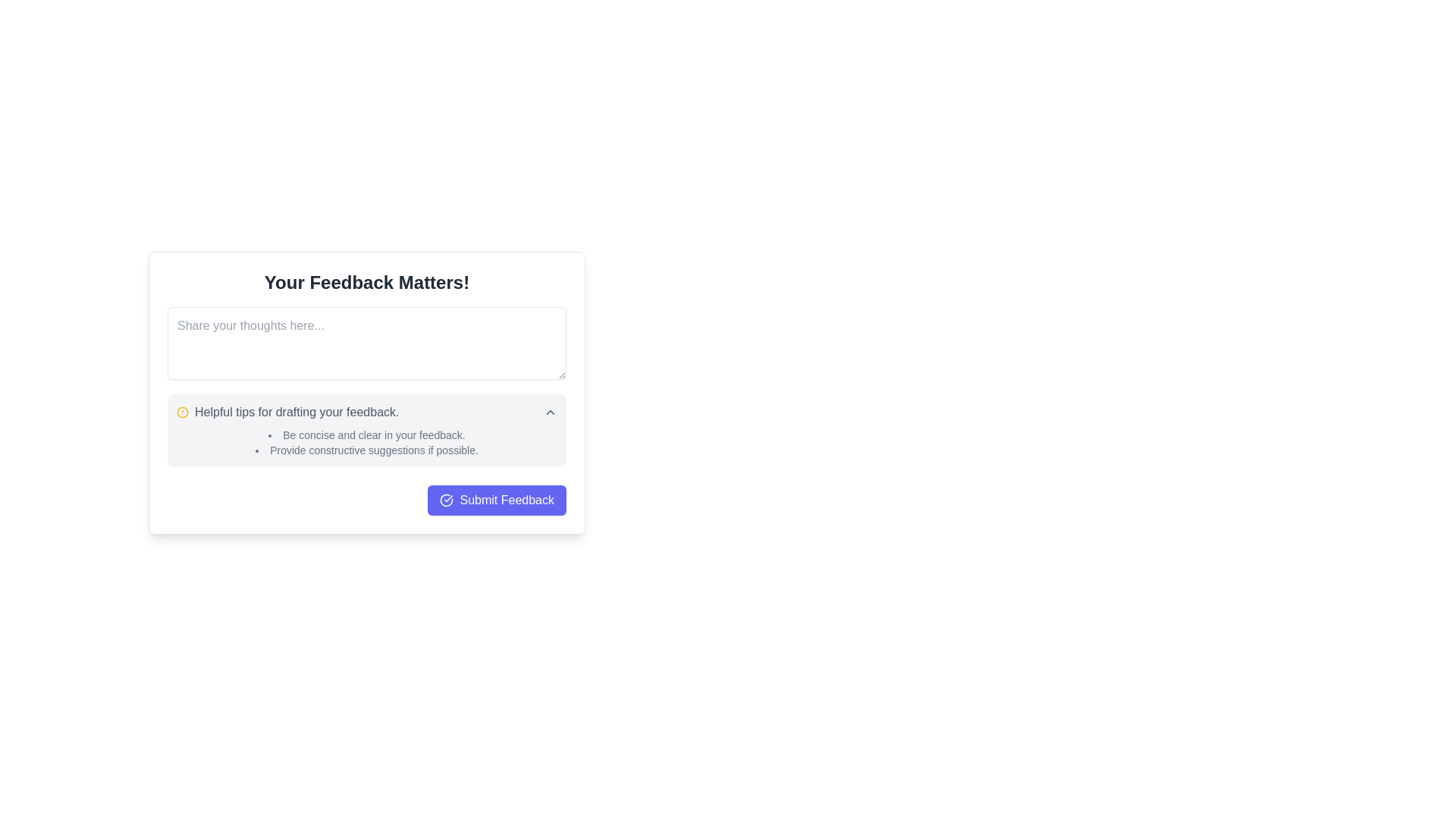  What do you see at coordinates (367, 430) in the screenshot?
I see `the Informational Section with Toggle that provides helpful tips for writing feedback, located below the text input field and above the submit button` at bounding box center [367, 430].